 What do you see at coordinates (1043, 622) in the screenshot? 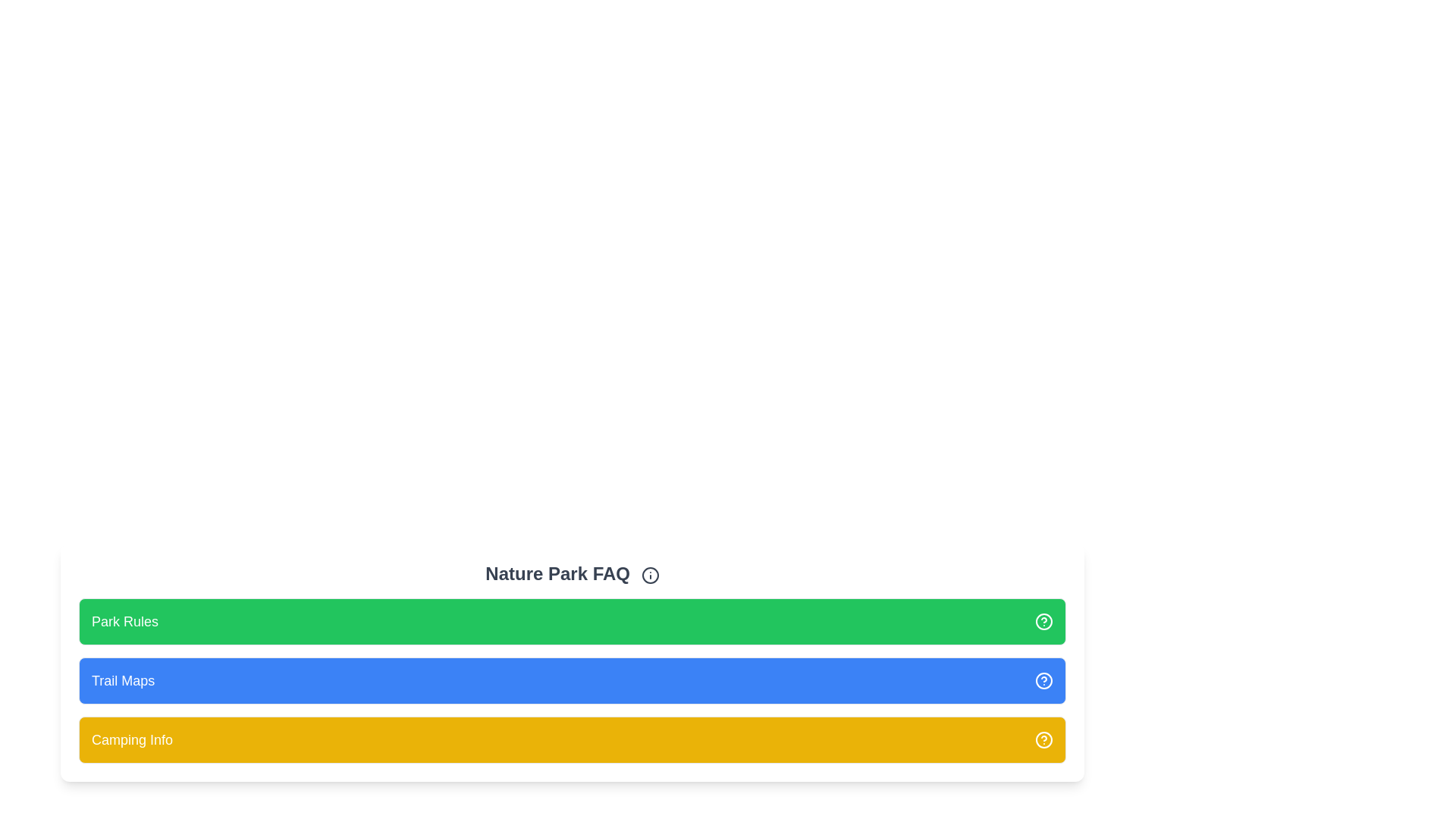
I see `the help icon located on the far right of the 'Park Rules' section` at bounding box center [1043, 622].